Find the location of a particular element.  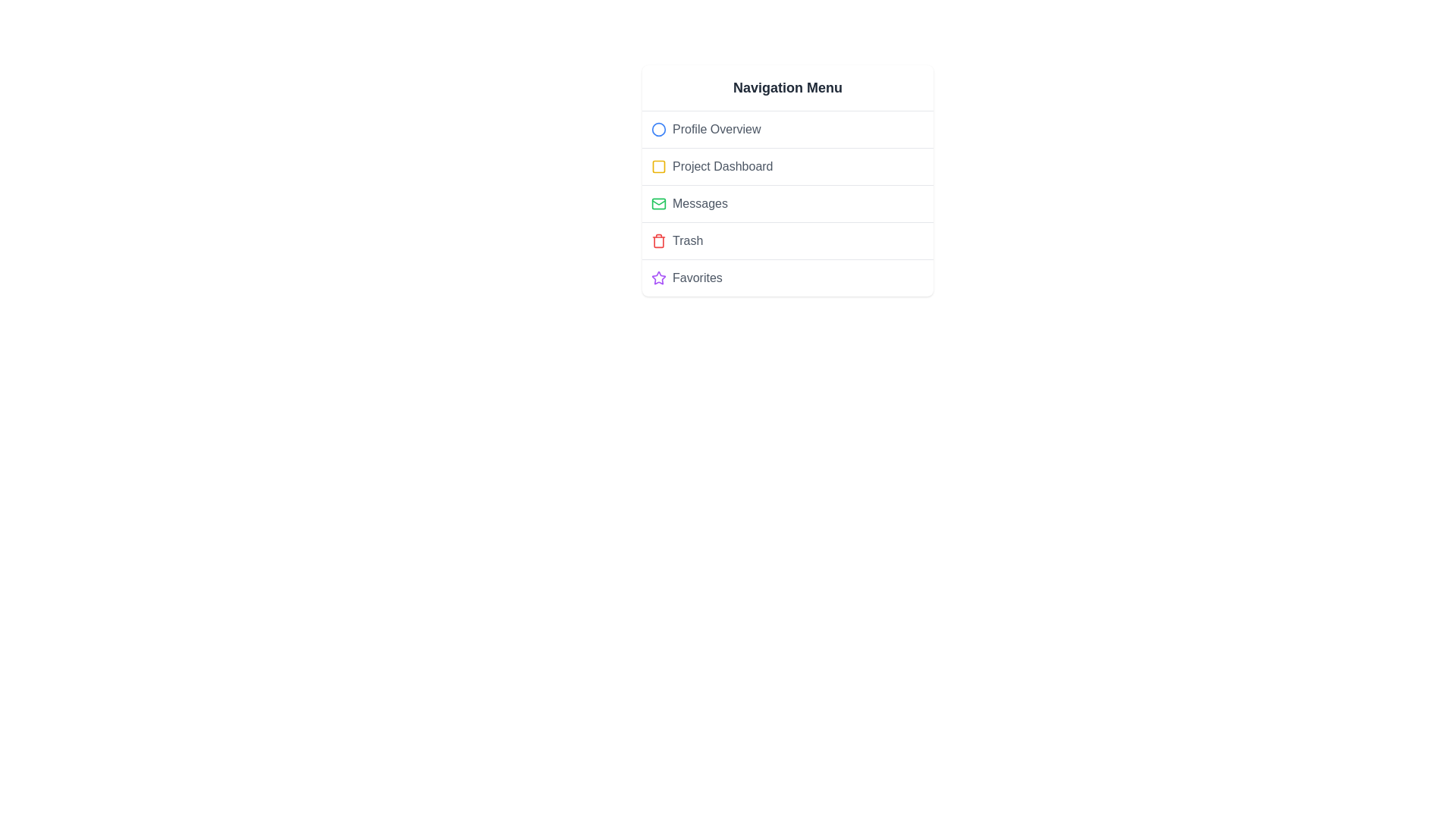

the menu item labeled Trash is located at coordinates (787, 240).